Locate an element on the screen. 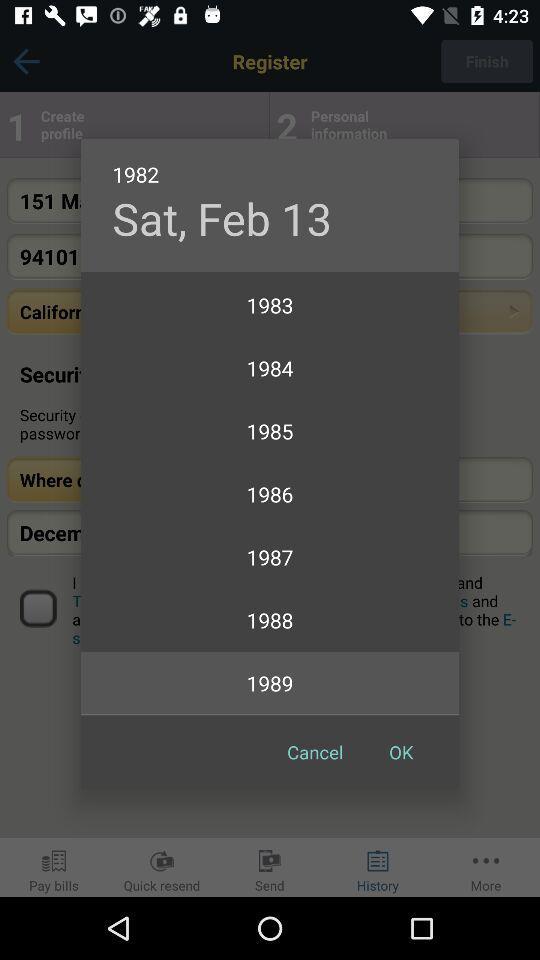 This screenshot has width=540, height=960. the item below 1990 is located at coordinates (315, 751).